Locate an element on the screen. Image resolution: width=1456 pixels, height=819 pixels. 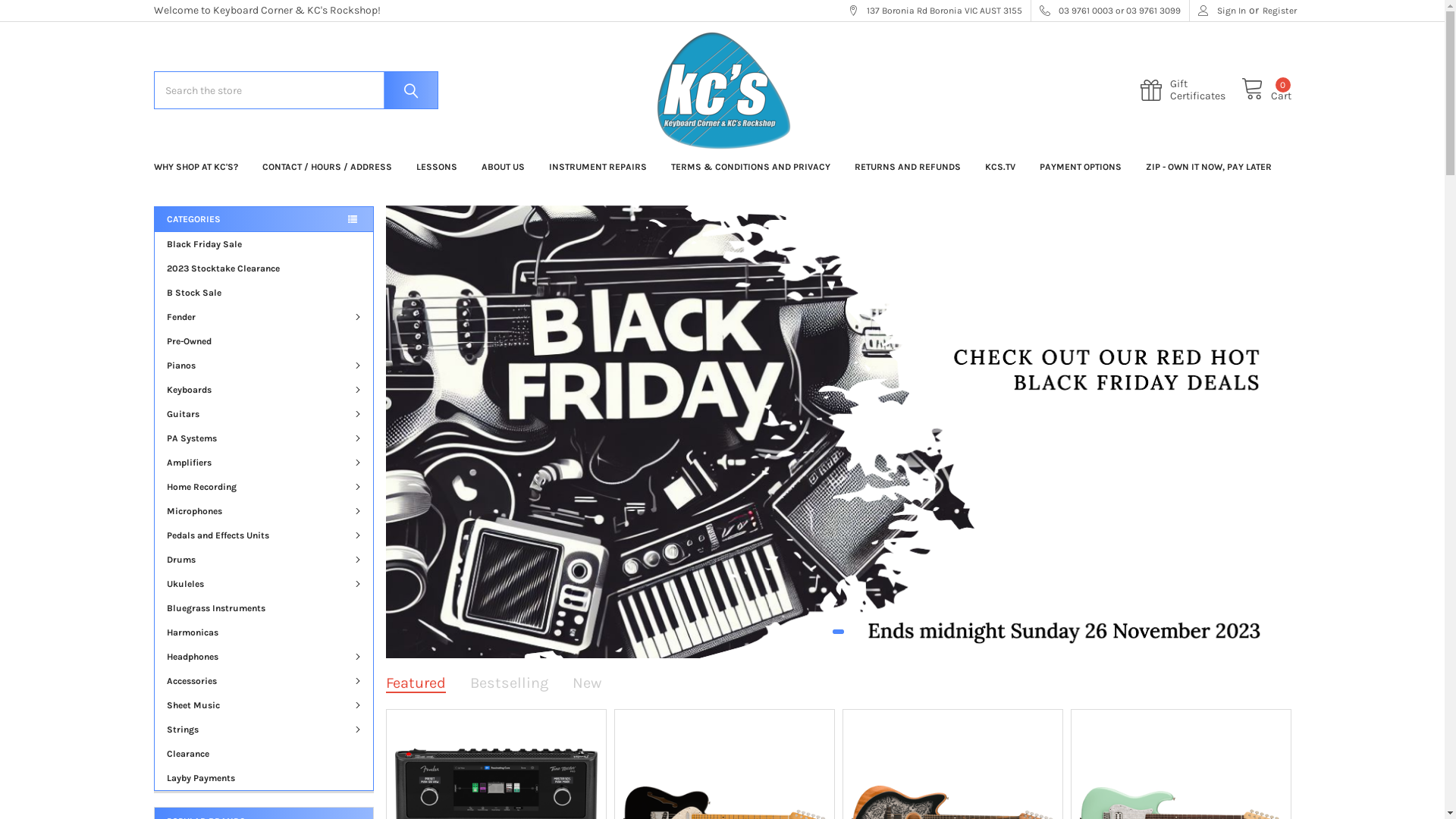
'Bestselling' is located at coordinates (509, 682).